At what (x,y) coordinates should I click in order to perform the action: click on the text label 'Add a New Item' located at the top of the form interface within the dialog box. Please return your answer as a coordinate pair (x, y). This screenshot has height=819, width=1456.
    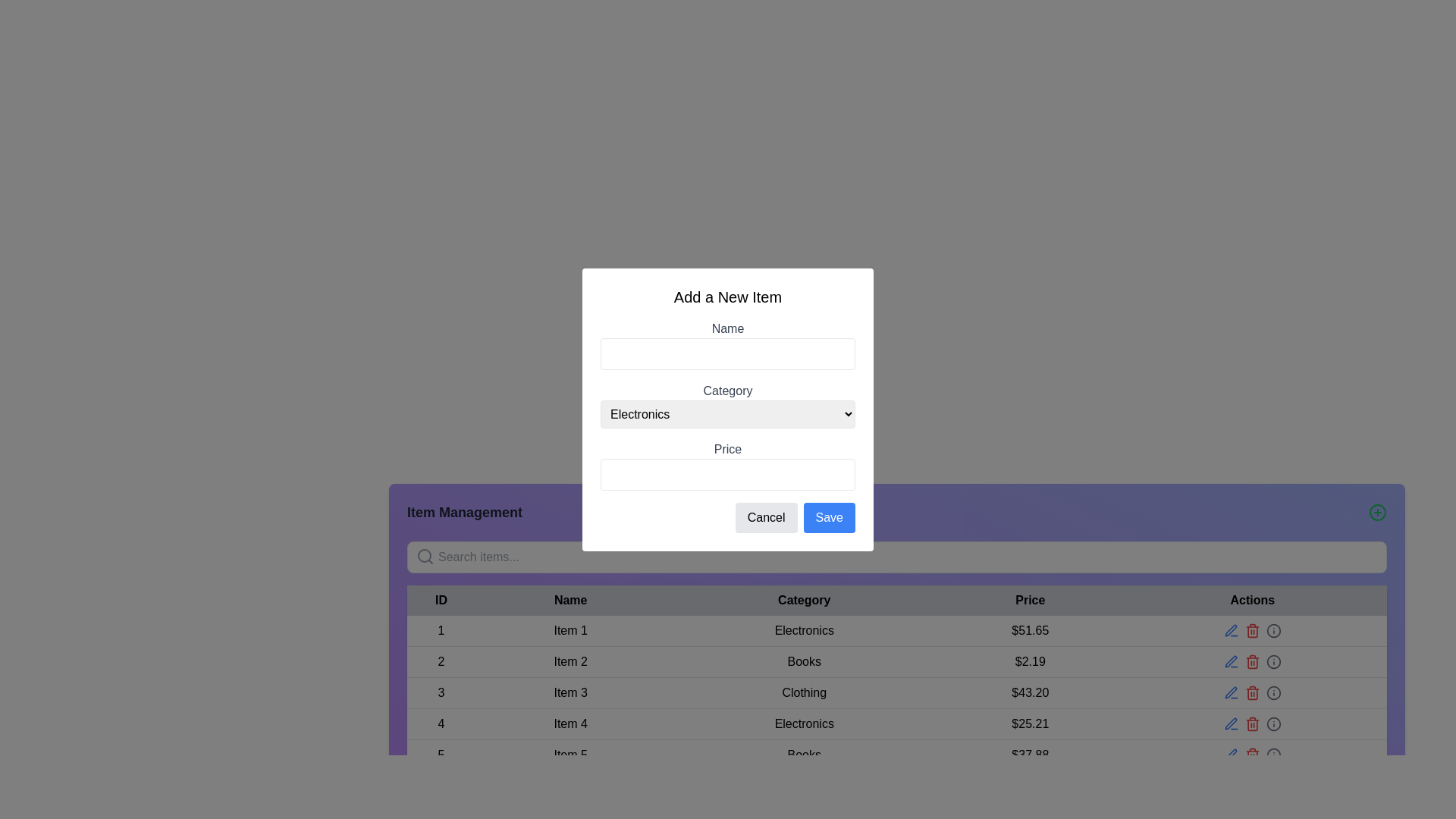
    Looking at the image, I should click on (728, 297).